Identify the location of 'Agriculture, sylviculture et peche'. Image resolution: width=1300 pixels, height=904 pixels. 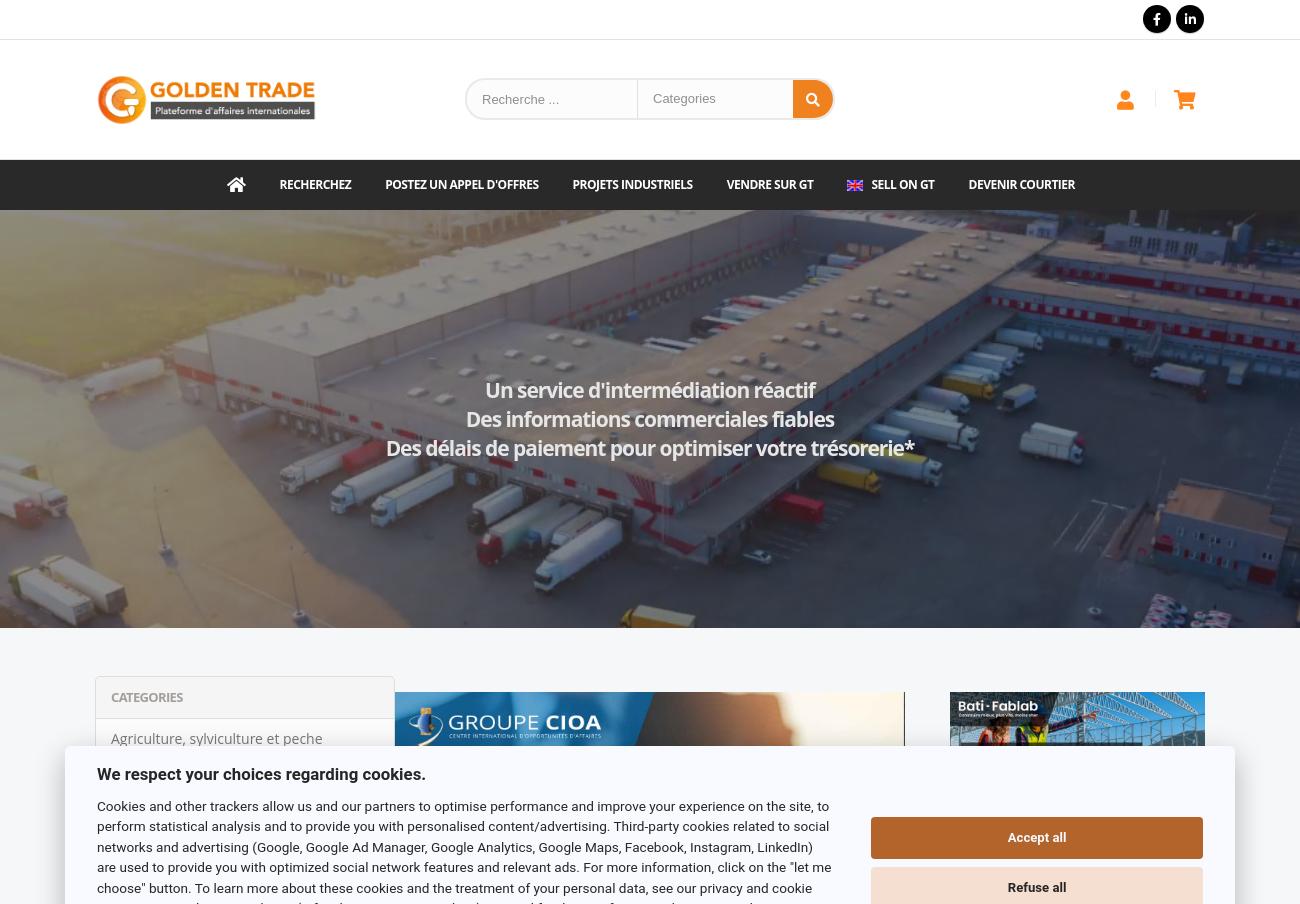
(216, 738).